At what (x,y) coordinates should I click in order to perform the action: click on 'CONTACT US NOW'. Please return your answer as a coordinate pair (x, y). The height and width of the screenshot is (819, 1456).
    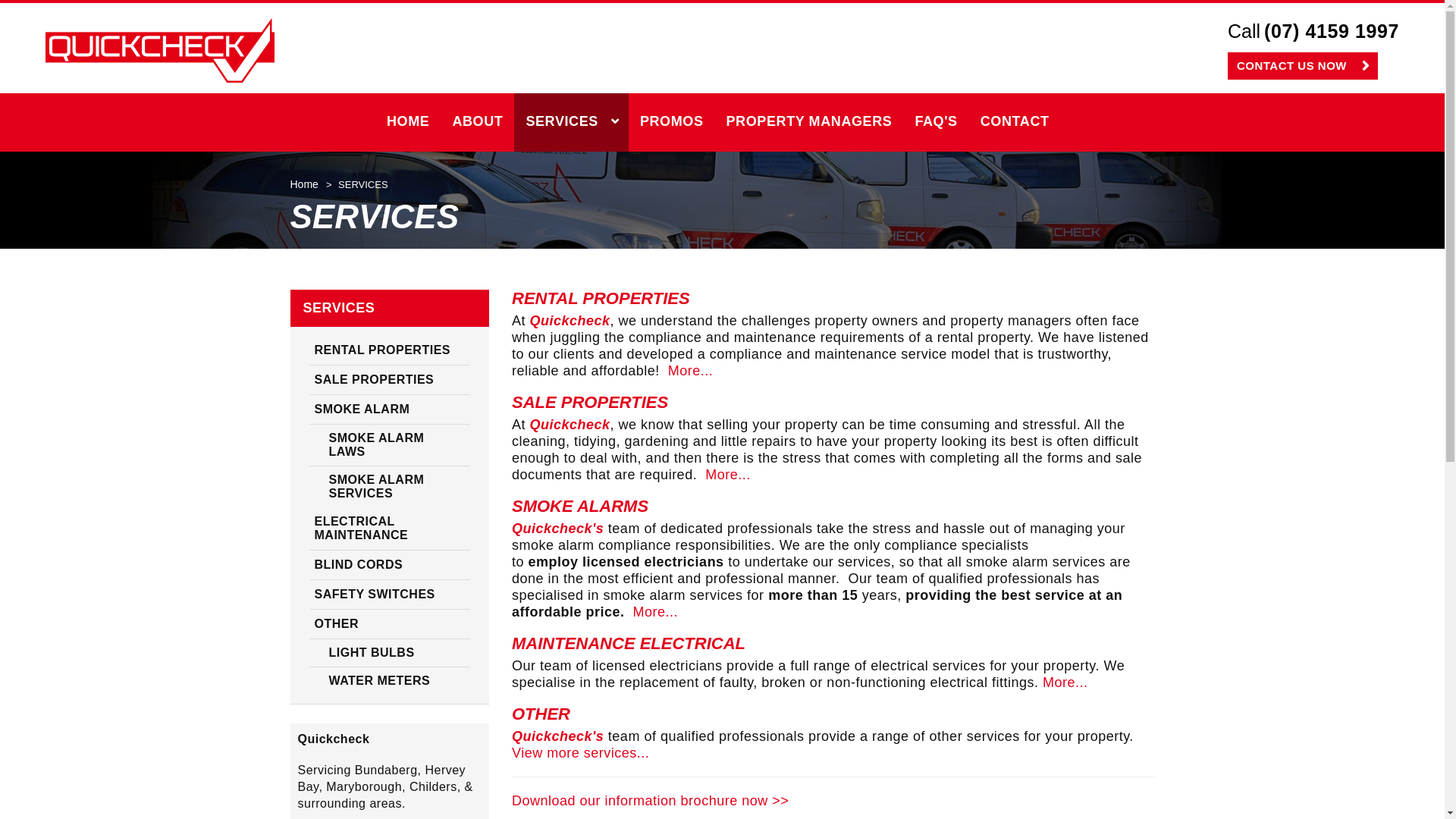
    Looking at the image, I should click on (1302, 65).